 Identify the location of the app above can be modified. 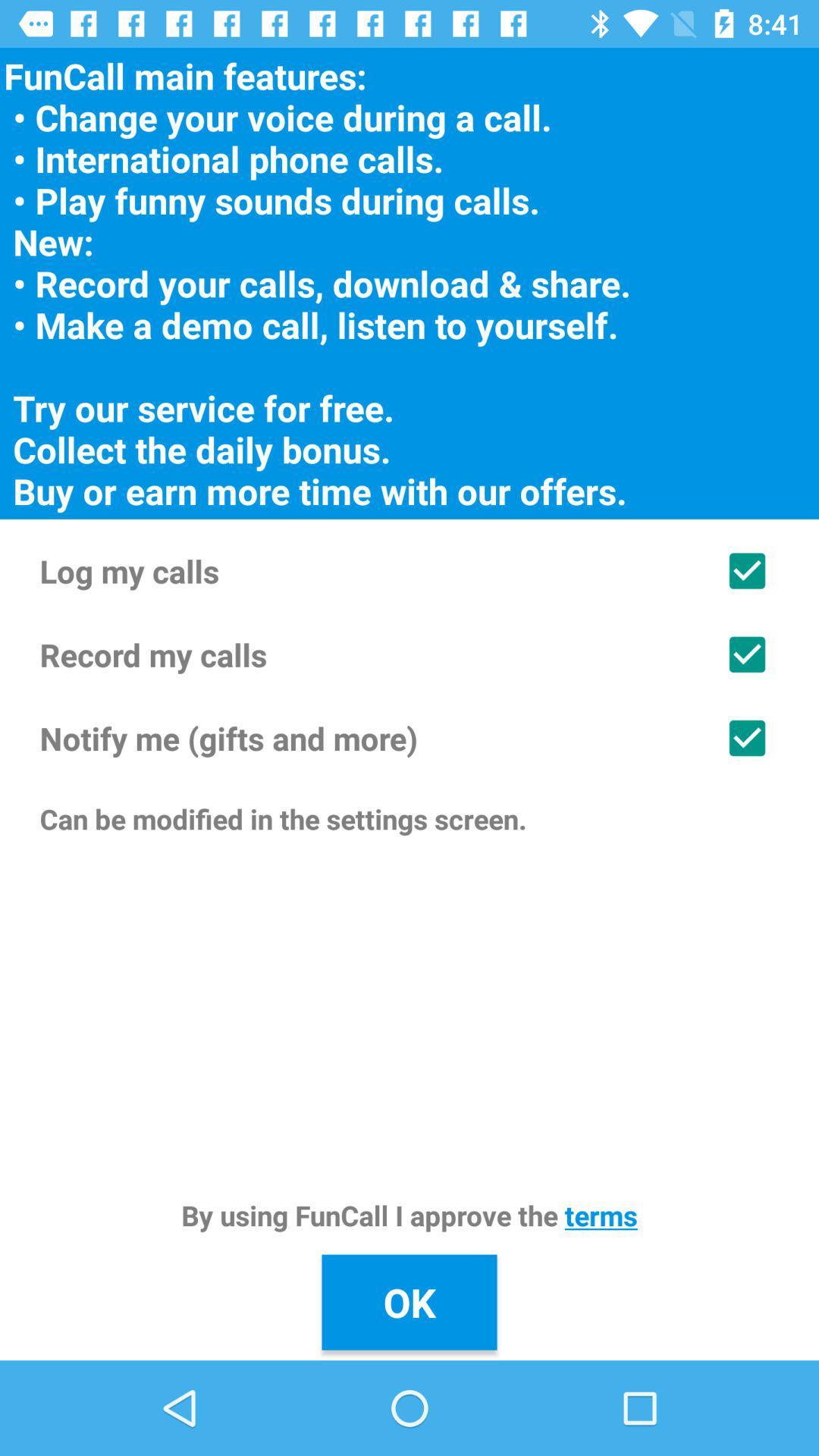
(409, 738).